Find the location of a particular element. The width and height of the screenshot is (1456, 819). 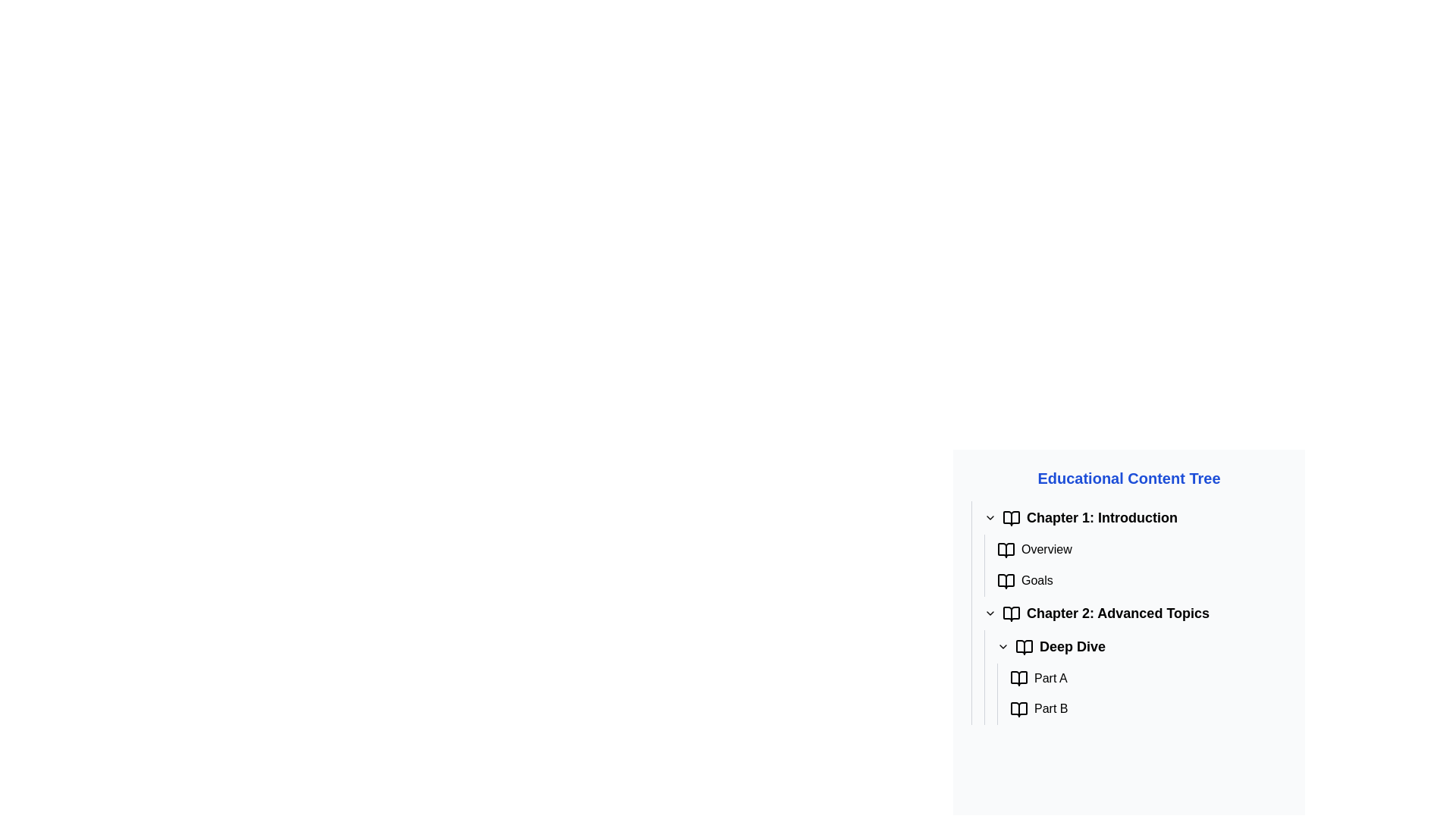

the toggle icon is located at coordinates (1003, 646).